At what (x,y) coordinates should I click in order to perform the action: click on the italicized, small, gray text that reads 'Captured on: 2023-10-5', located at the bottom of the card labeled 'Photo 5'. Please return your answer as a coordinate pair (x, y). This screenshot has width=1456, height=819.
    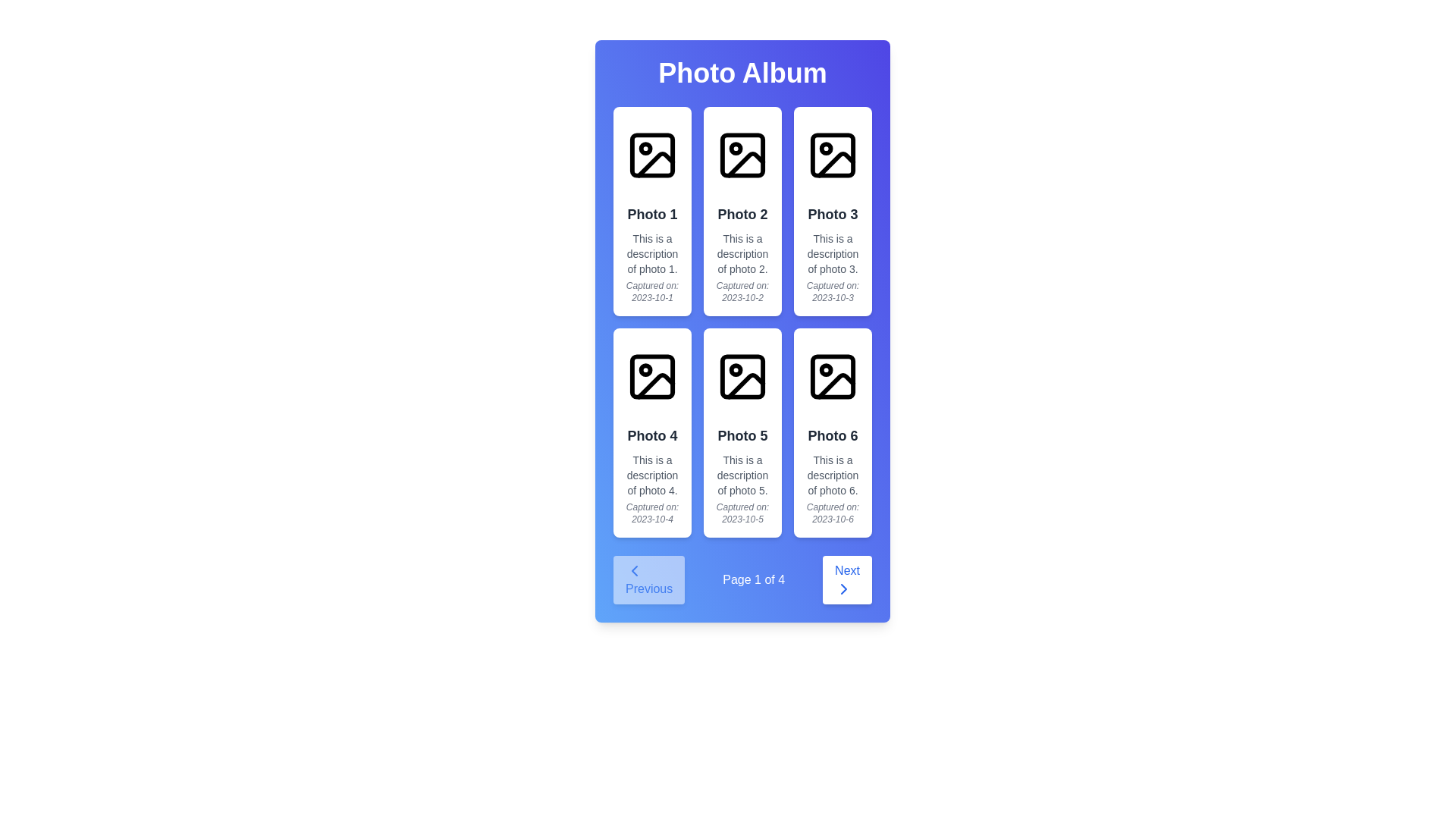
    Looking at the image, I should click on (742, 513).